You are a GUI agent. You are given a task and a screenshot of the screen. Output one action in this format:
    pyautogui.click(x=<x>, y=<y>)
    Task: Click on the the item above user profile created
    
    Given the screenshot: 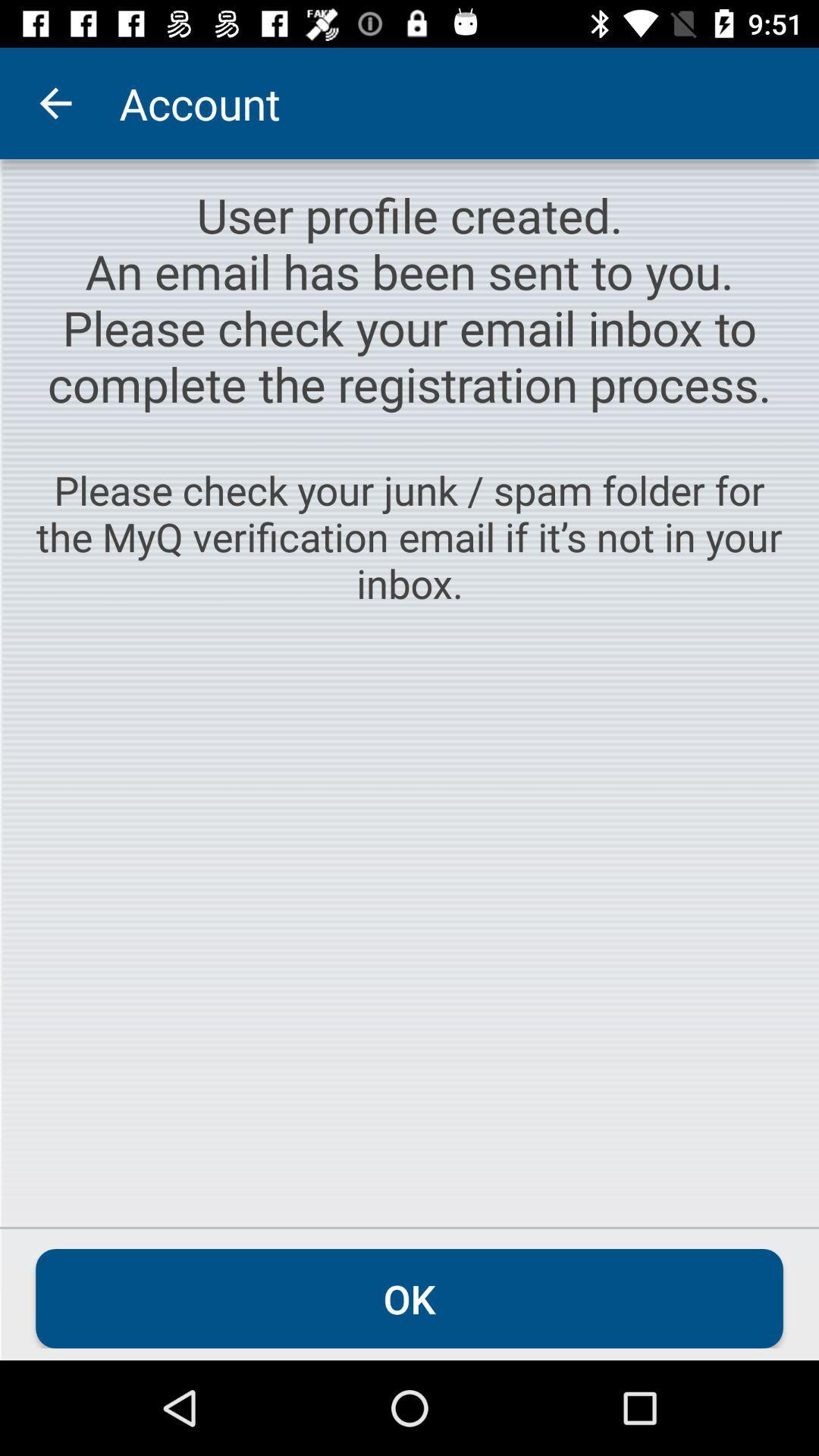 What is the action you would take?
    pyautogui.click(x=55, y=102)
    